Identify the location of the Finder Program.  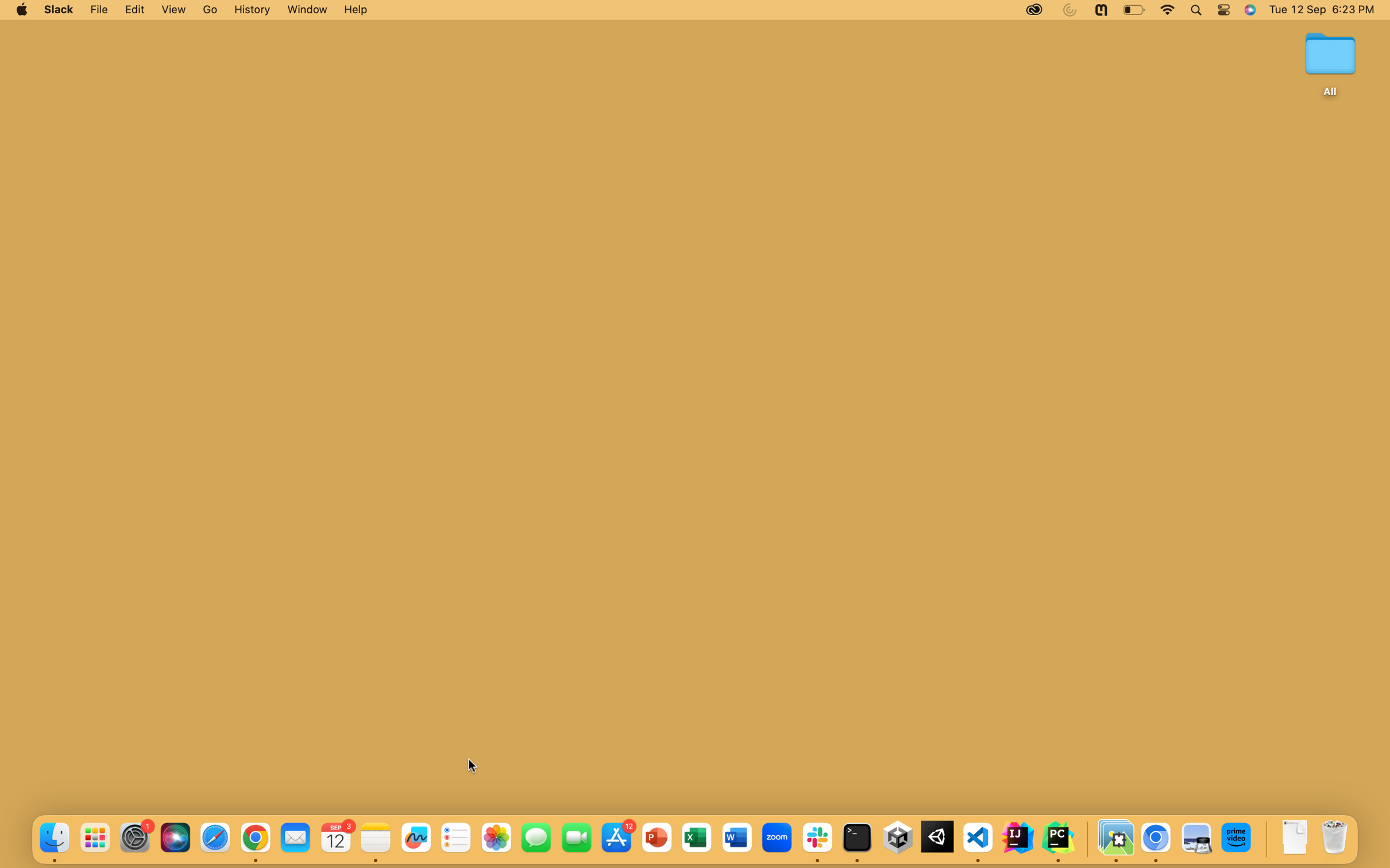
(53, 839).